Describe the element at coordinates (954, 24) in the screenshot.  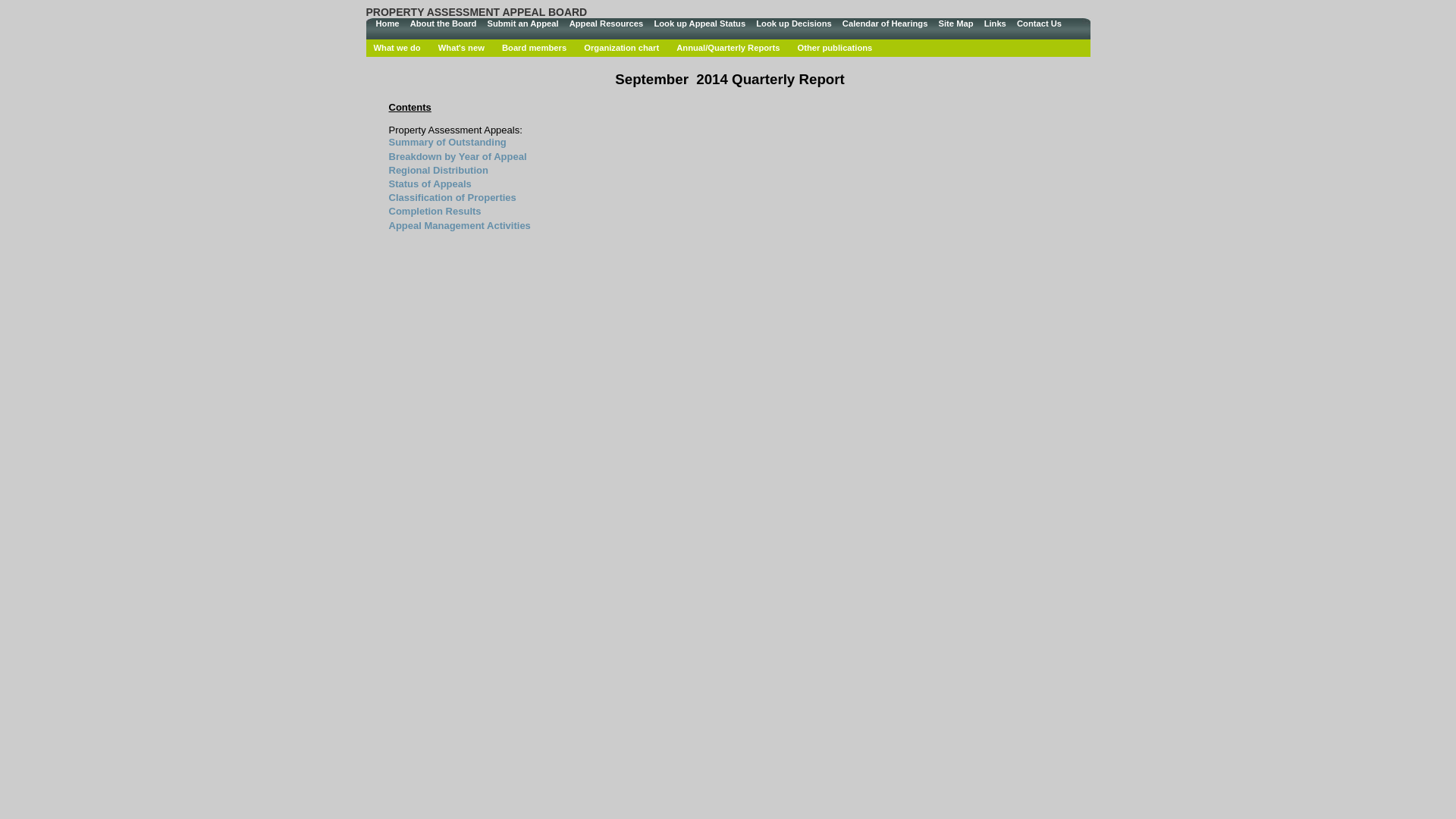
I see `'Site Map'` at that location.